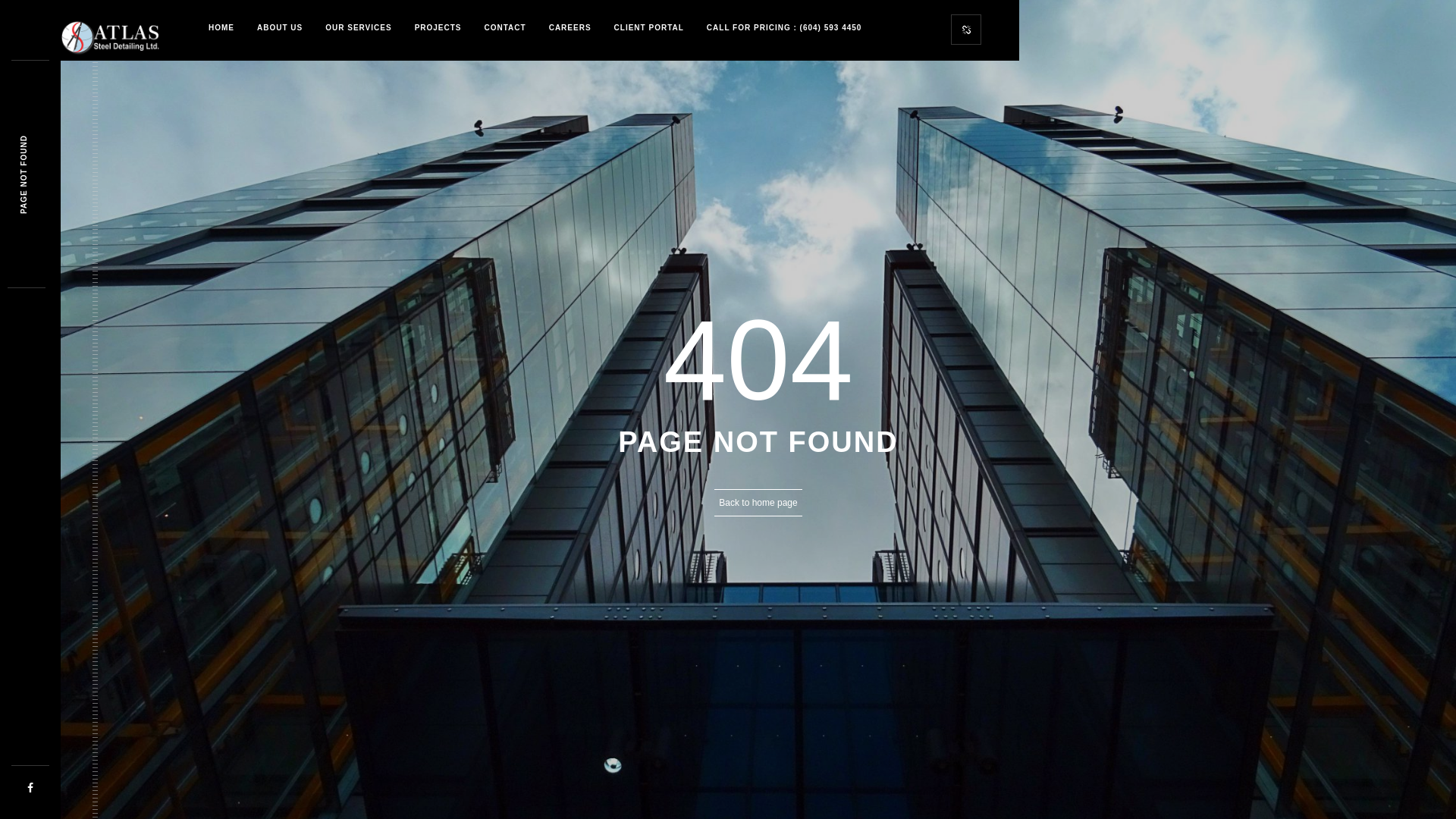 This screenshot has width=1456, height=819. What do you see at coordinates (570, 28) in the screenshot?
I see `'CAREERS'` at bounding box center [570, 28].